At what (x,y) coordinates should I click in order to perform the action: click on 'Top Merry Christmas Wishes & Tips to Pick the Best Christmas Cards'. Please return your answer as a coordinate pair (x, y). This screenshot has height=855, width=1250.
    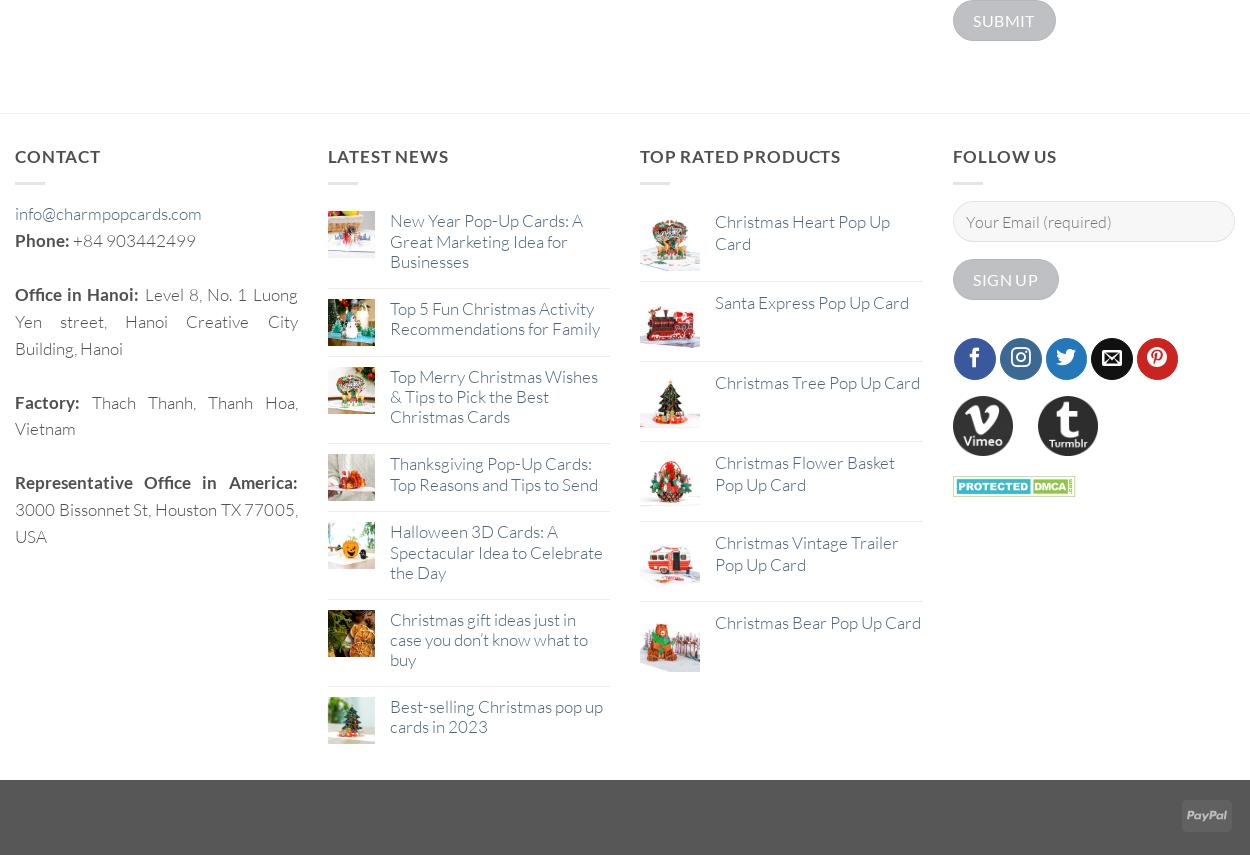
    Looking at the image, I should click on (491, 396).